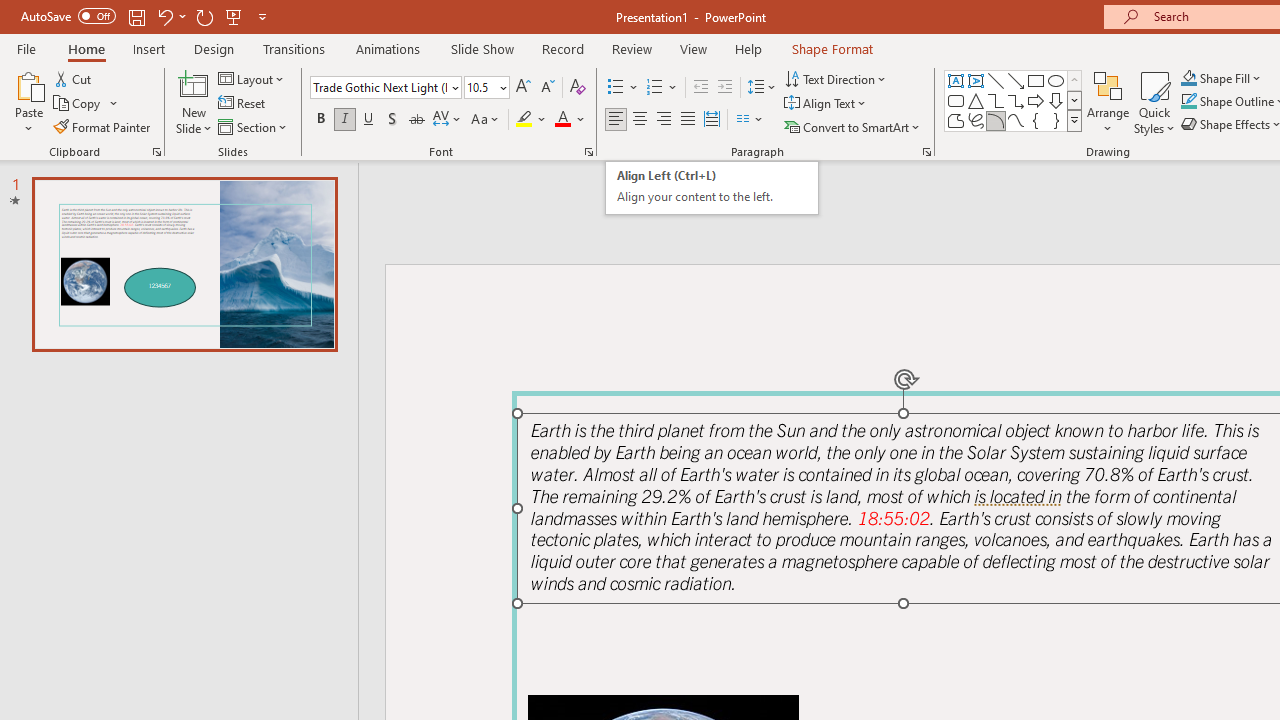 The height and width of the screenshot is (720, 1280). What do you see at coordinates (1189, 77) in the screenshot?
I see `'Shape Fill Aqua, Accent 2'` at bounding box center [1189, 77].